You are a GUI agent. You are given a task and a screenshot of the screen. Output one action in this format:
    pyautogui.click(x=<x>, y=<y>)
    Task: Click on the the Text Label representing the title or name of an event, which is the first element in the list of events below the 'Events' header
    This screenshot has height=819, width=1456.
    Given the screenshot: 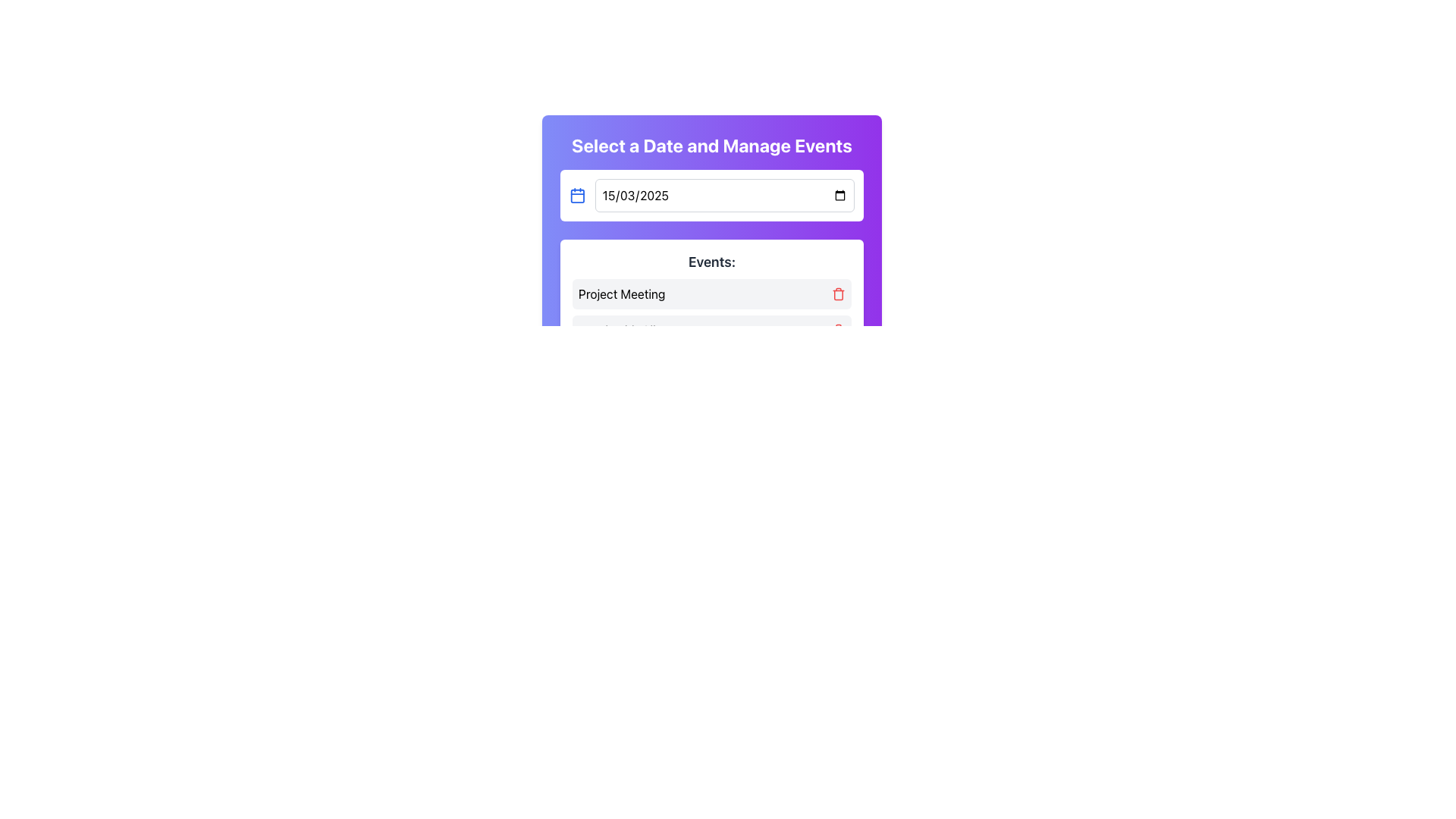 What is the action you would take?
    pyautogui.click(x=622, y=294)
    